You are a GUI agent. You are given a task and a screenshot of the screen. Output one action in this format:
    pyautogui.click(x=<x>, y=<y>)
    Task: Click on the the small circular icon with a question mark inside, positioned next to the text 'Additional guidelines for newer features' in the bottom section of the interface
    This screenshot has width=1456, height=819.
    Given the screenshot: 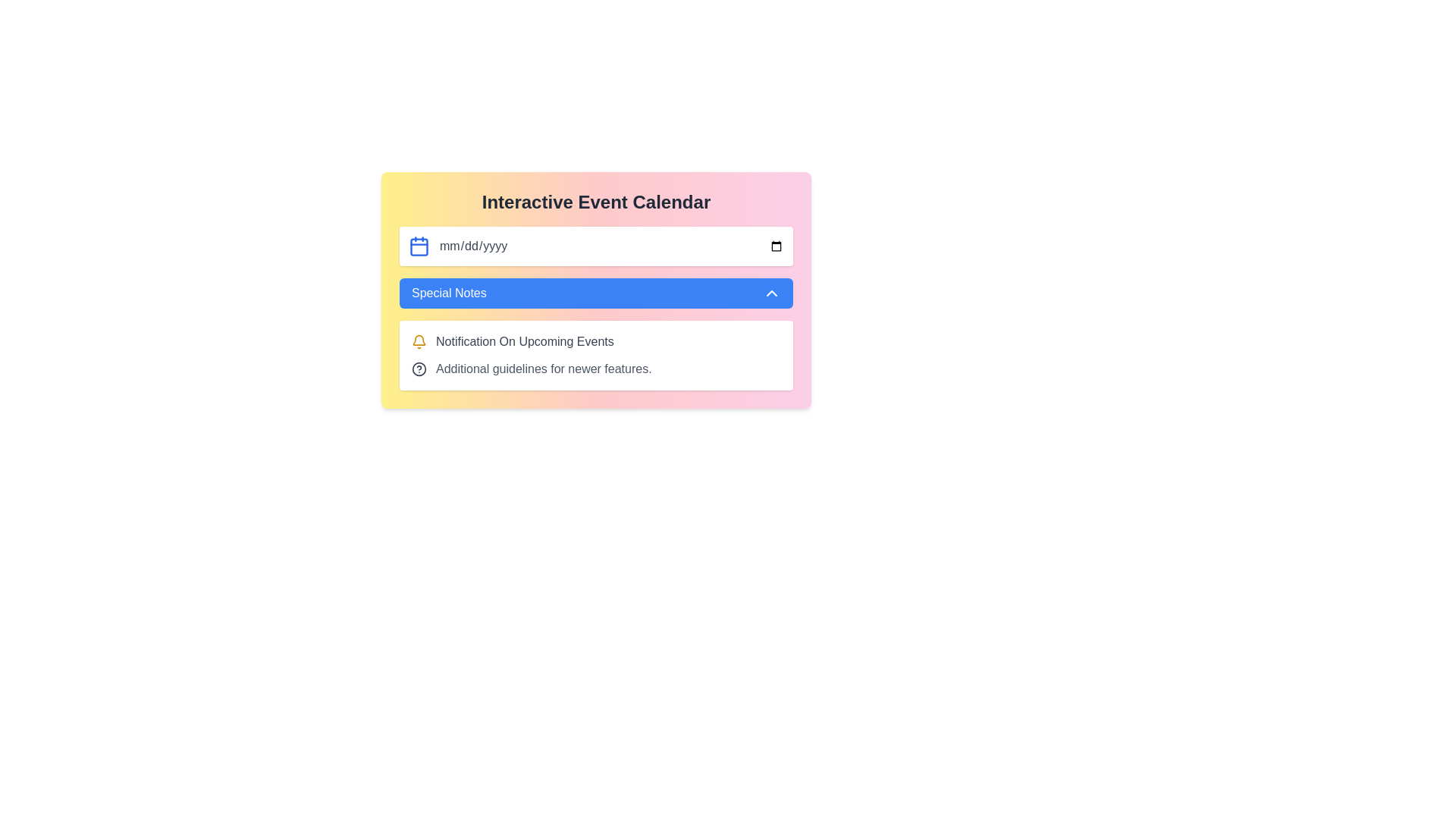 What is the action you would take?
    pyautogui.click(x=419, y=369)
    